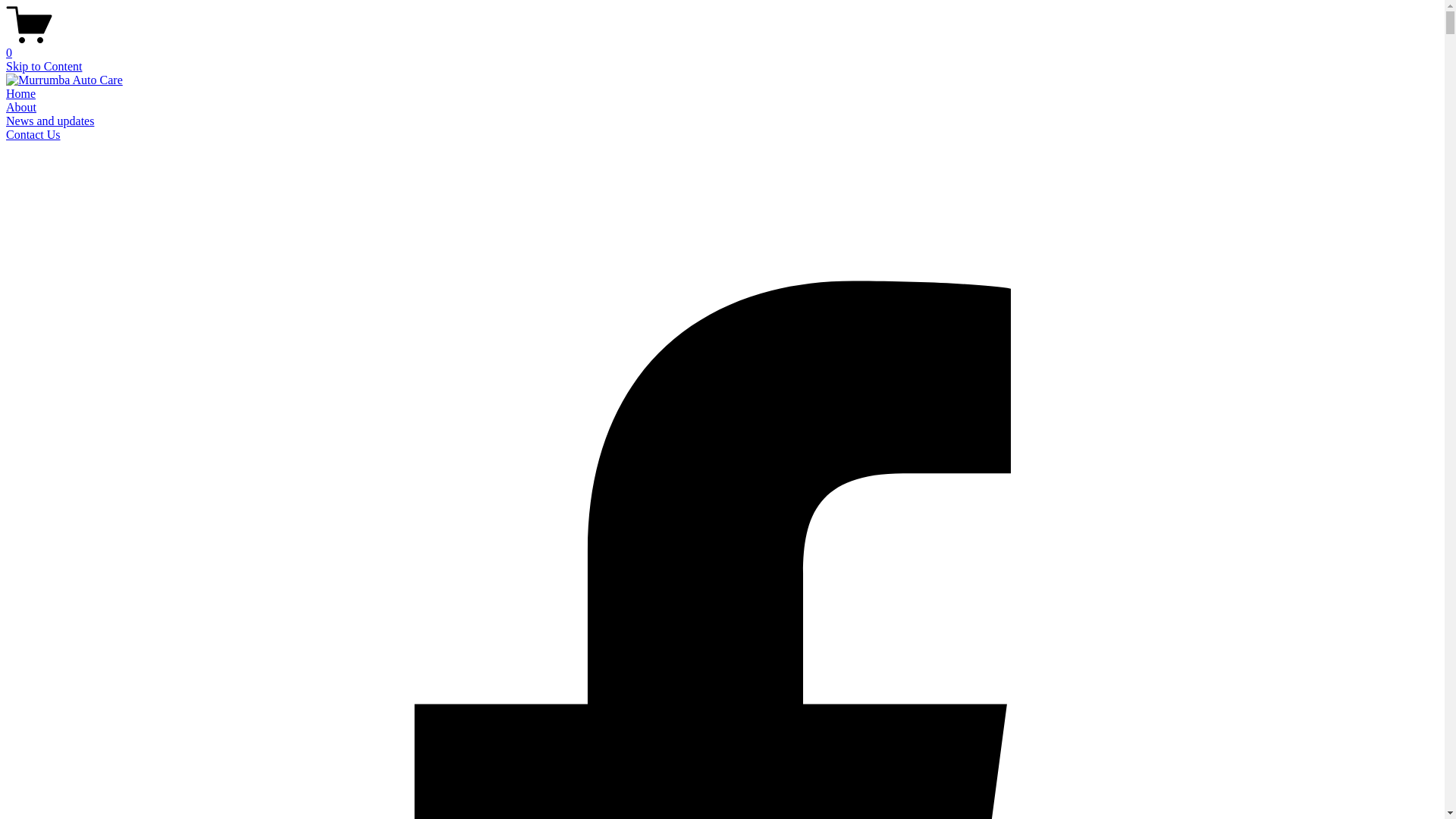  What do you see at coordinates (50, 120) in the screenshot?
I see `'News and updates'` at bounding box center [50, 120].